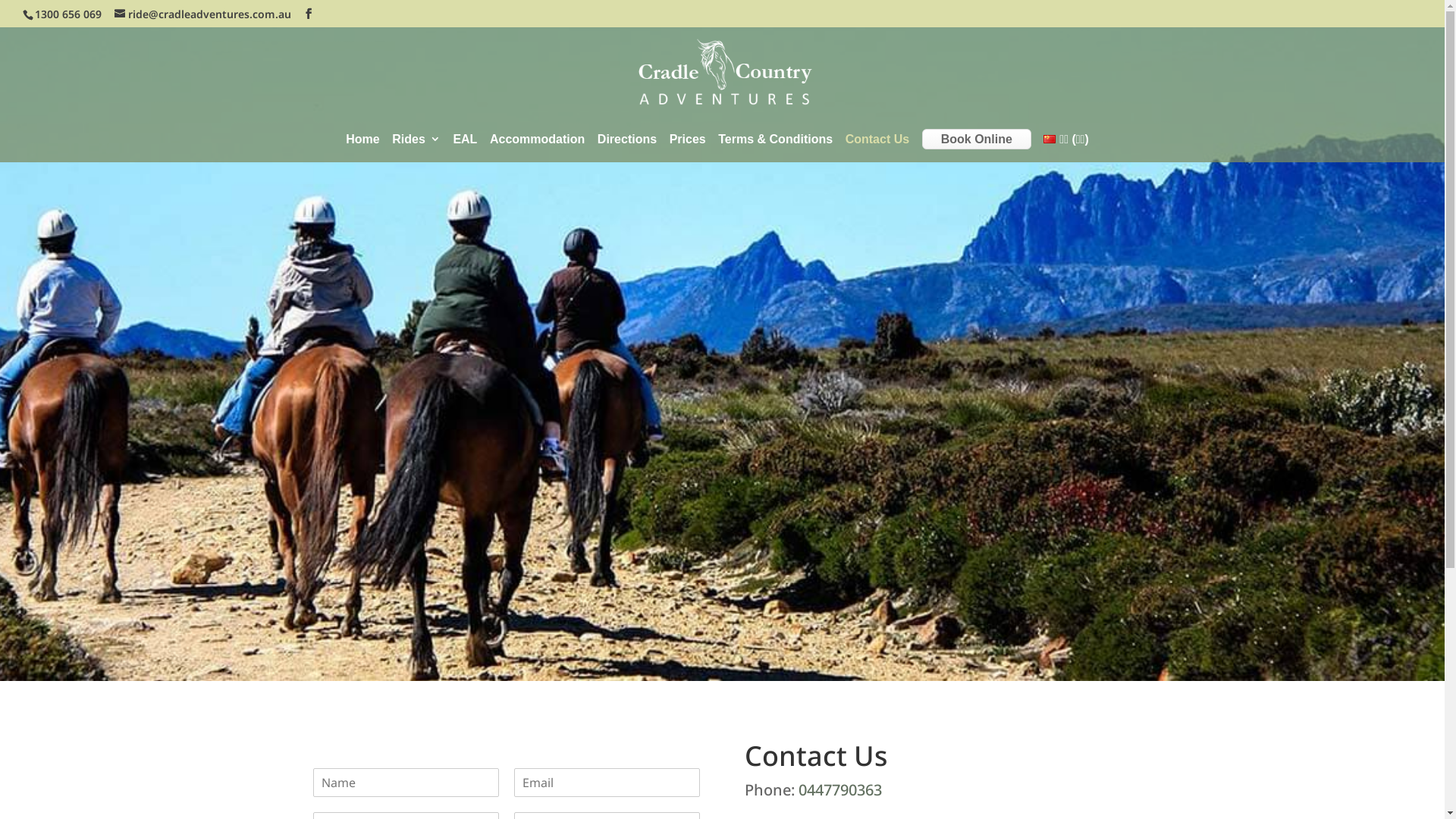  Describe the element at coordinates (202, 13) in the screenshot. I see `'ride@cradleadventures.com.au'` at that location.